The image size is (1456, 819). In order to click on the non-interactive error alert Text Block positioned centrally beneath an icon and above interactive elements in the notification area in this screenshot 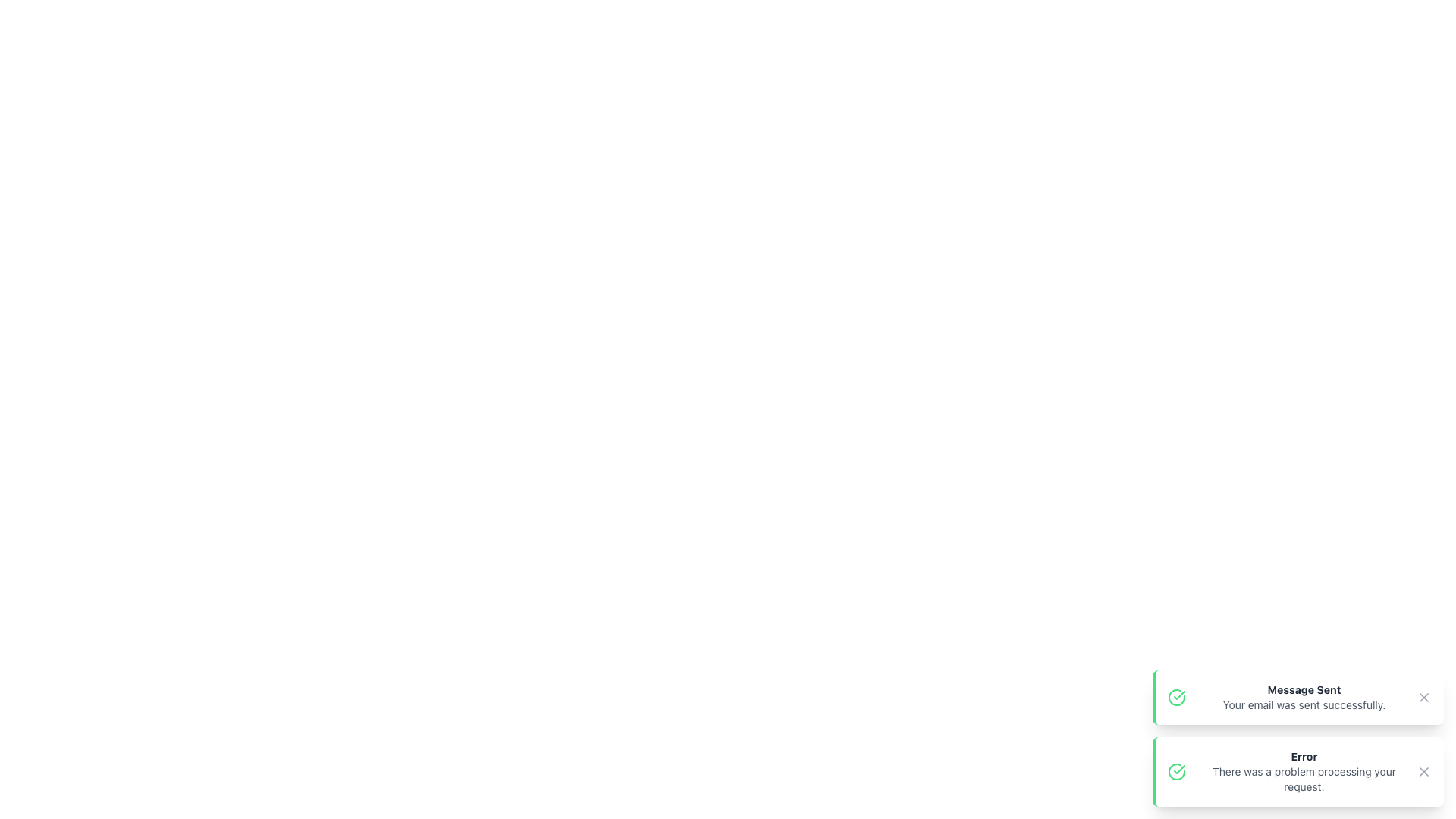, I will do `click(1303, 772)`.